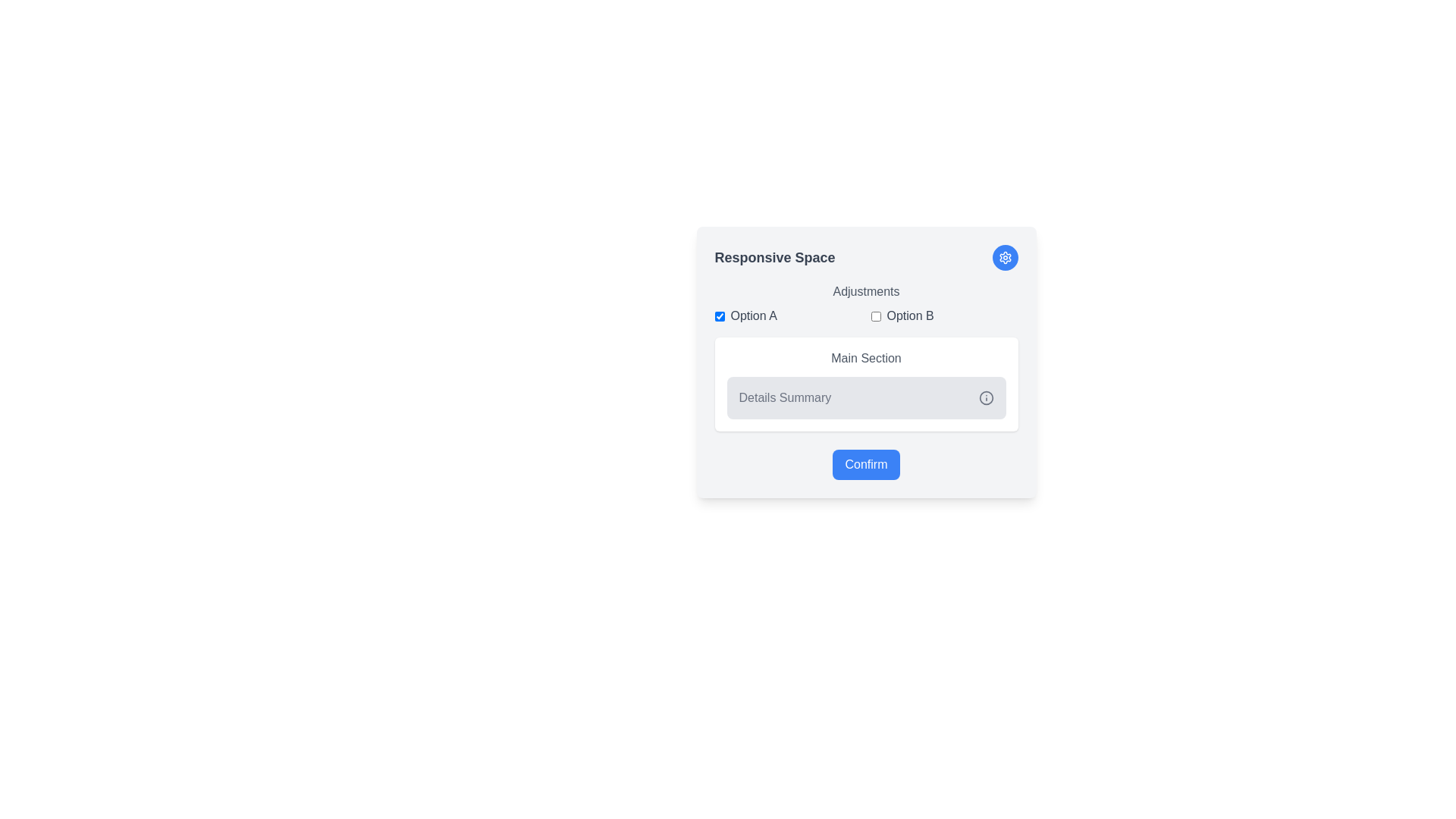 This screenshot has height=819, width=1456. I want to click on the 'Option B' checkbox element, so click(943, 315).